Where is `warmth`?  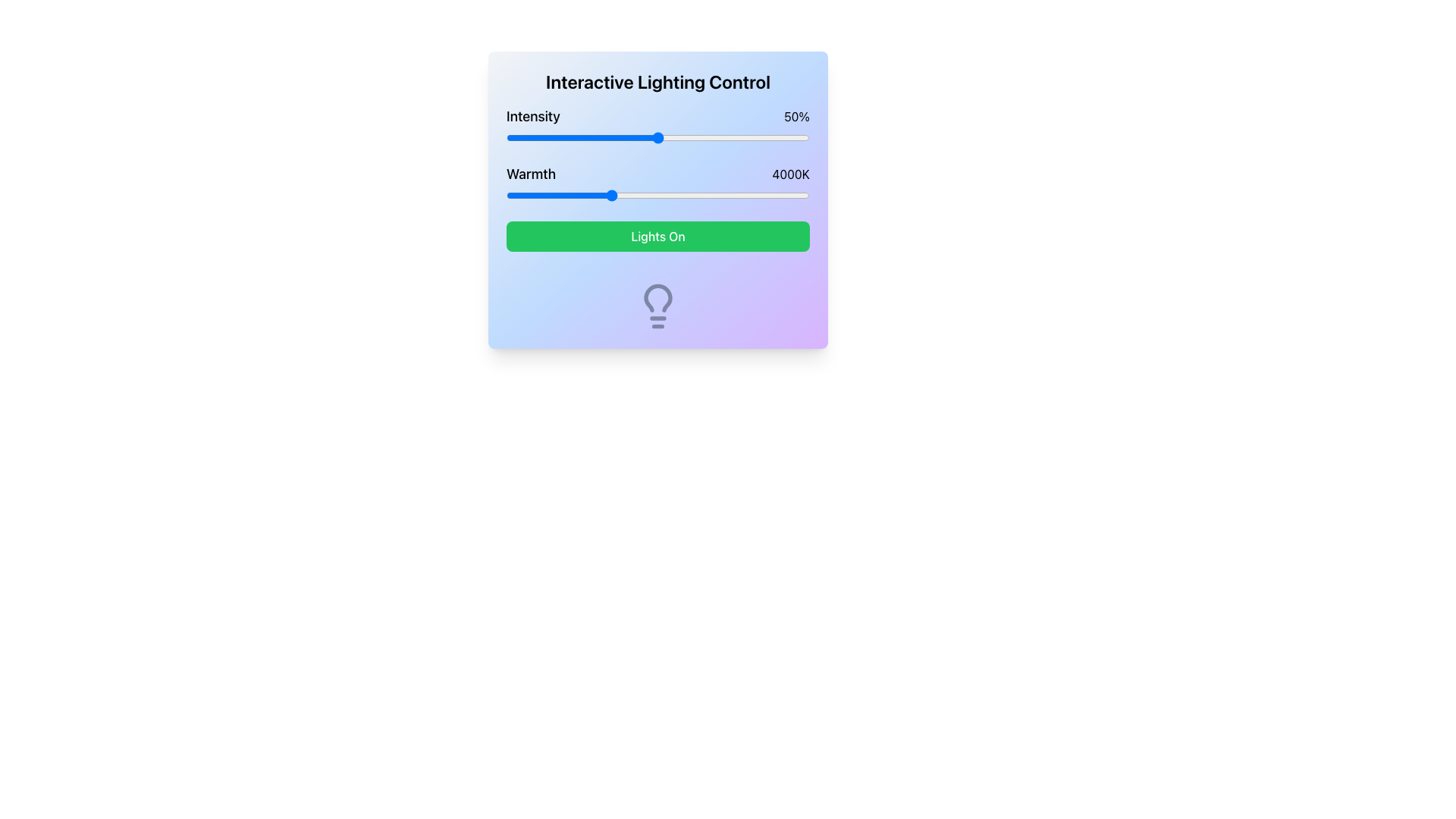
warmth is located at coordinates (600, 195).